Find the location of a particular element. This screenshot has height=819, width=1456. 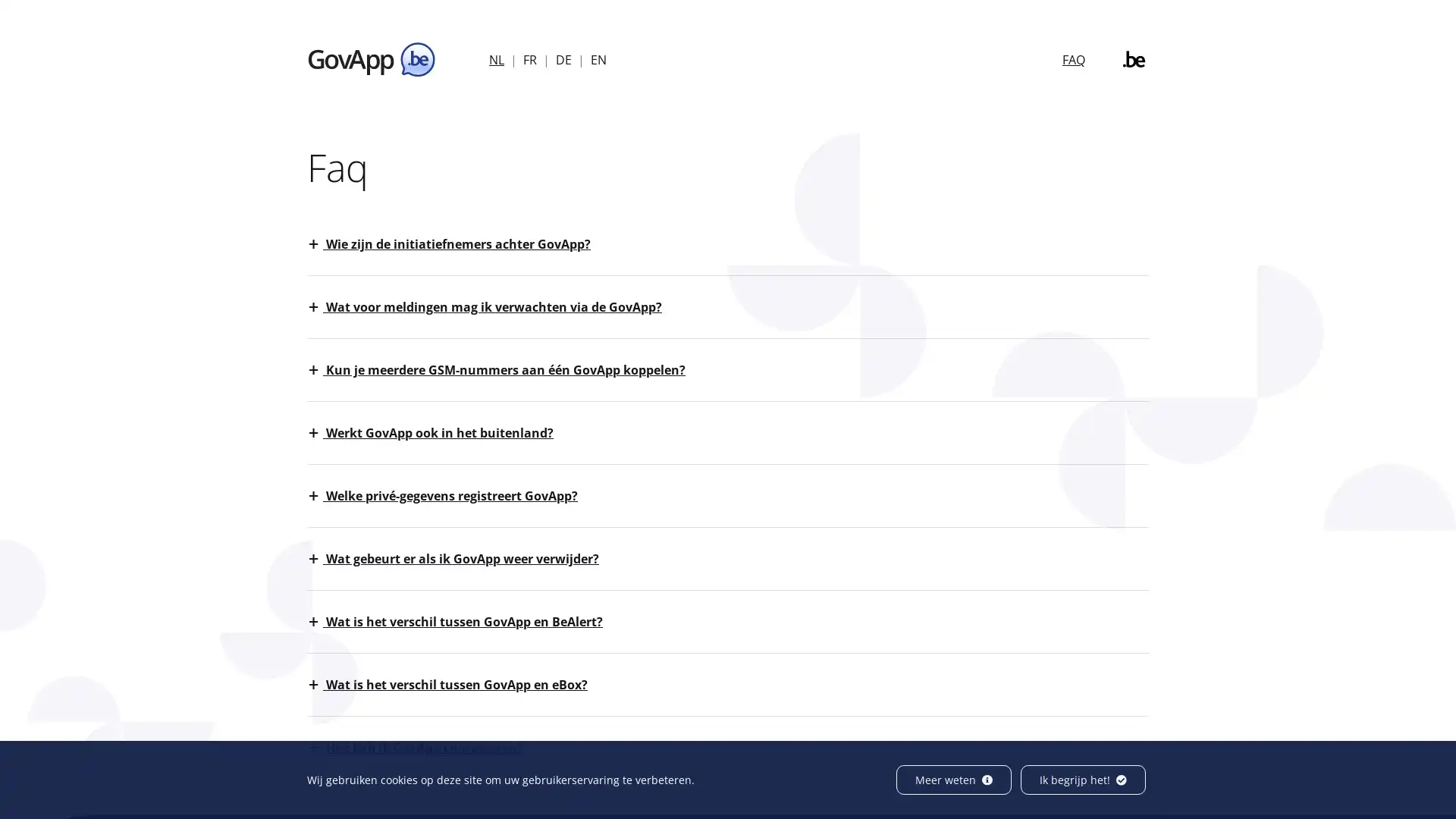

+ Wat is het verschil tussen GovApp en eBox? is located at coordinates (456, 684).